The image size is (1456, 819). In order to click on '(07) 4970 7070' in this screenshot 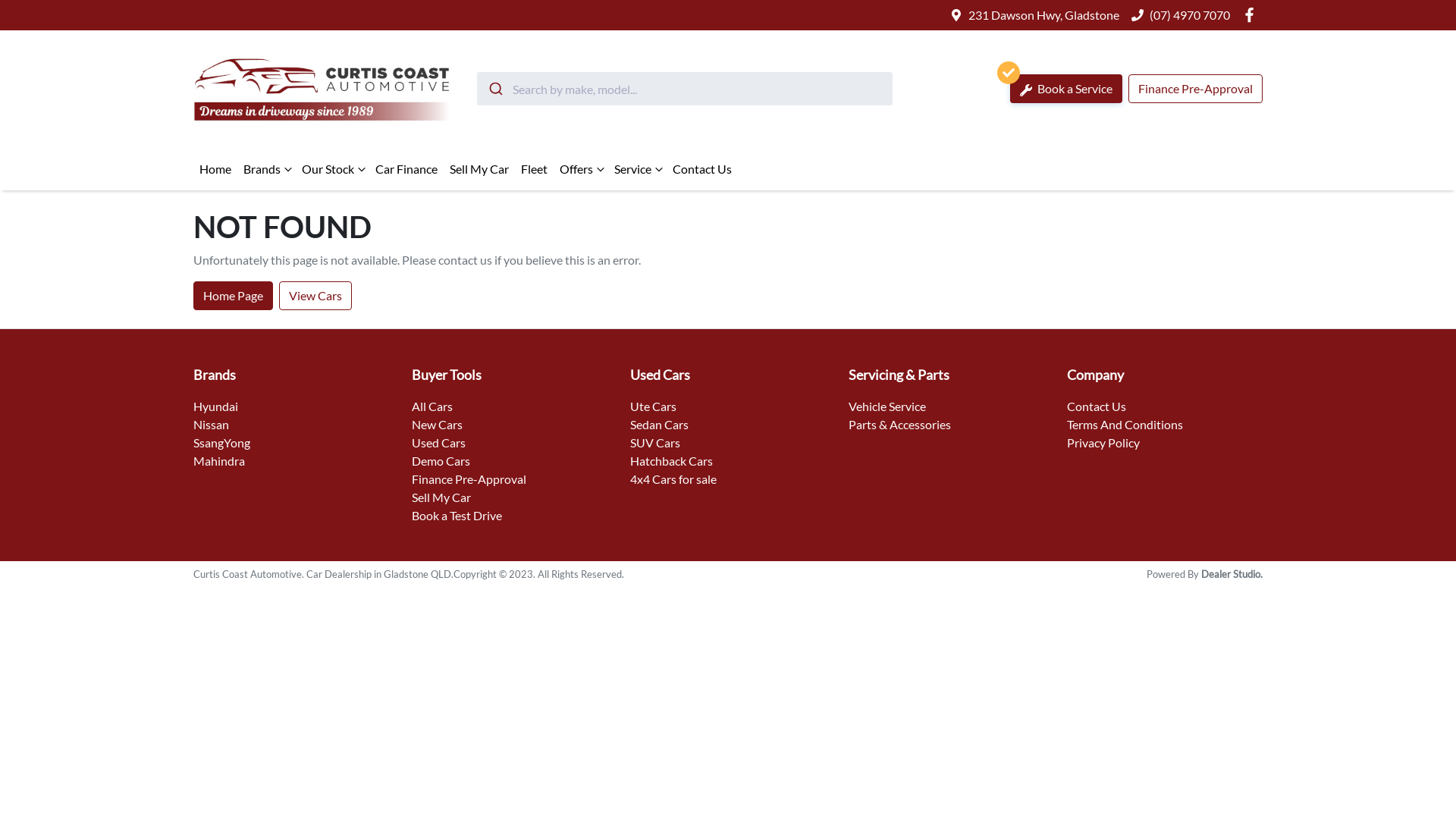, I will do `click(1189, 14)`.